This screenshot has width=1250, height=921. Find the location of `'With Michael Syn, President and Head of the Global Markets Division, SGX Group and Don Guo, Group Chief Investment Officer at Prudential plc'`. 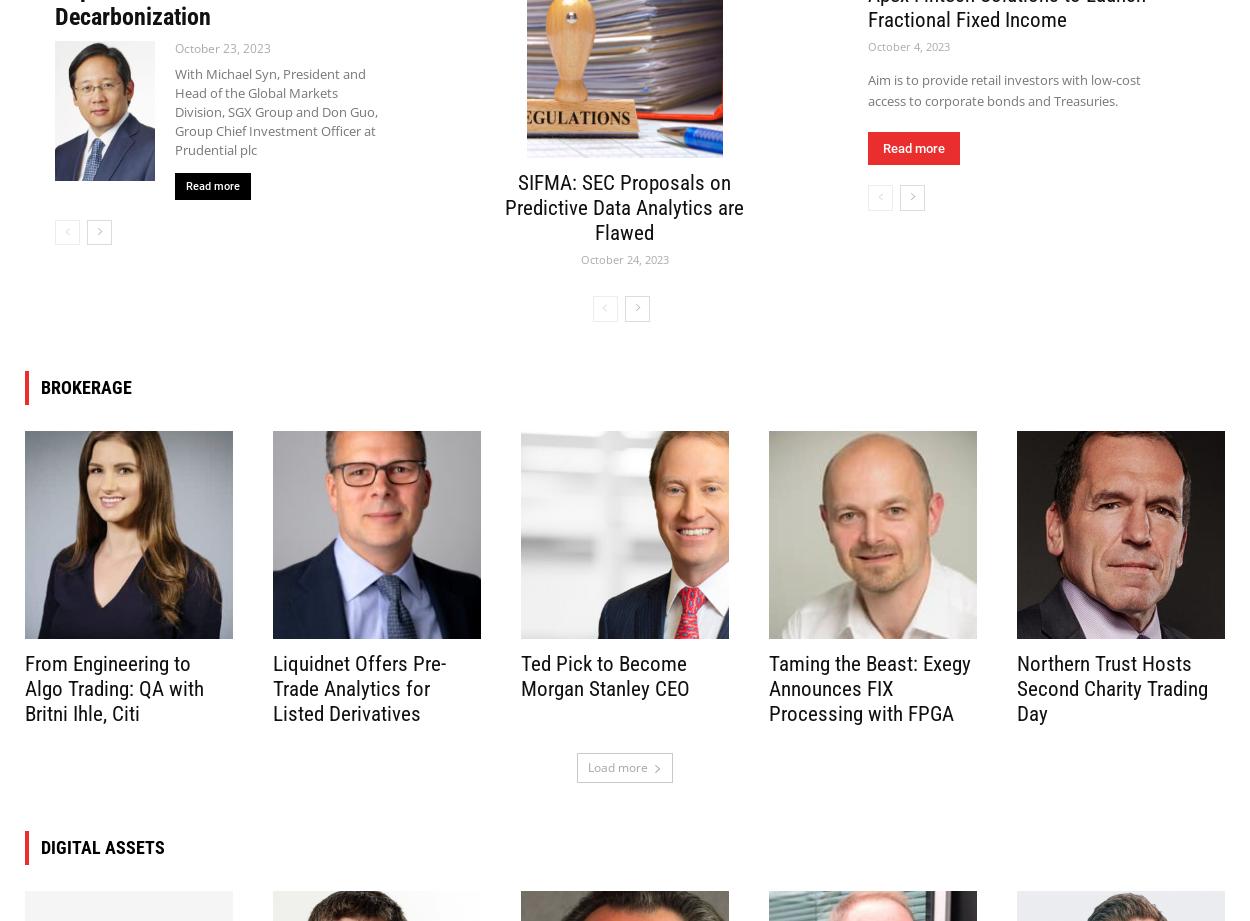

'With Michael Syn, President and Head of the Global Markets Division, SGX Group and Don Guo, Group Chief Investment Officer at Prudential plc' is located at coordinates (276, 110).